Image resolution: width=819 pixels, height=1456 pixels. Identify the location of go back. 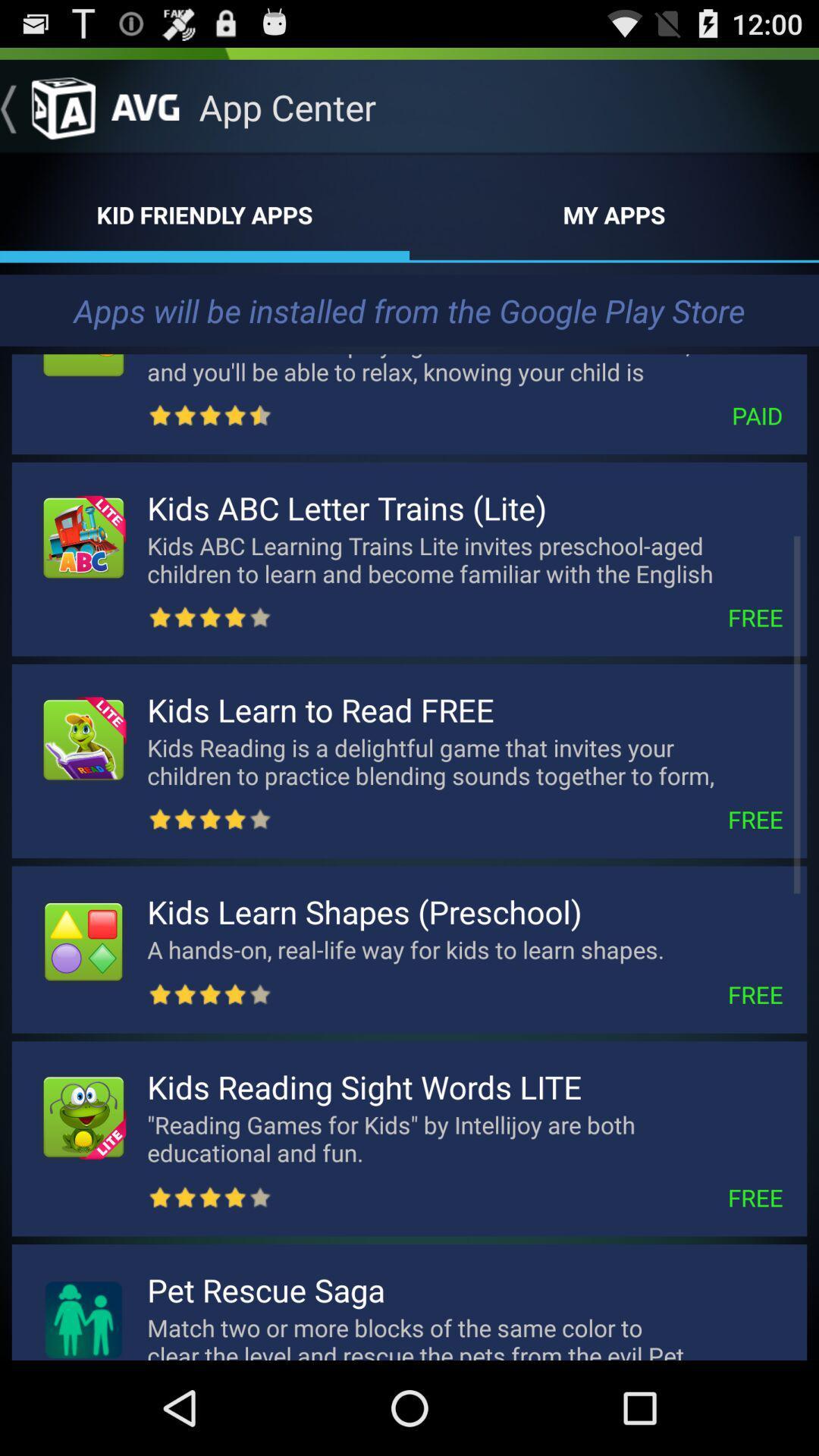
(46, 106).